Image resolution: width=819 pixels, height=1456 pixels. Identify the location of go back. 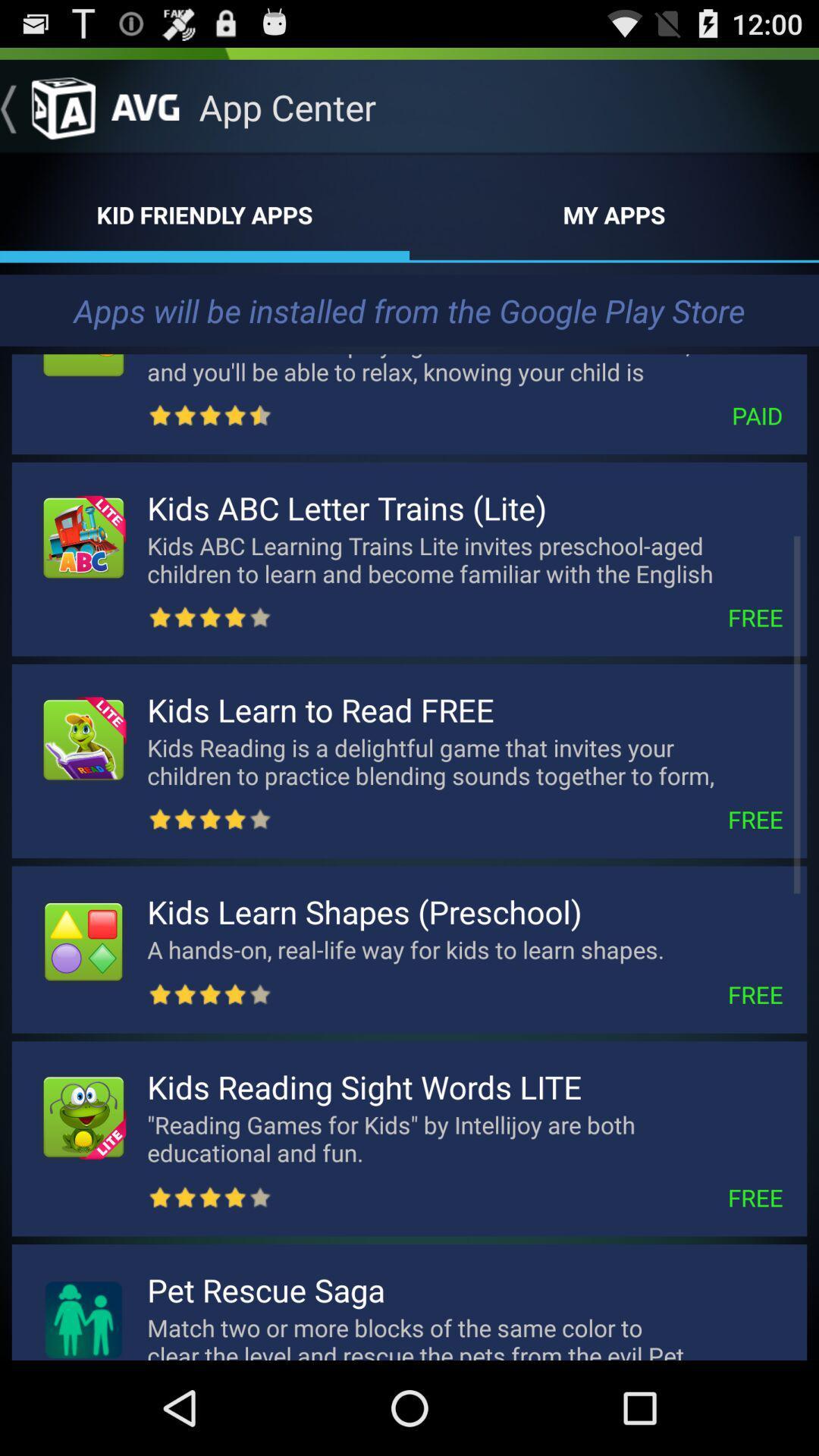
(46, 106).